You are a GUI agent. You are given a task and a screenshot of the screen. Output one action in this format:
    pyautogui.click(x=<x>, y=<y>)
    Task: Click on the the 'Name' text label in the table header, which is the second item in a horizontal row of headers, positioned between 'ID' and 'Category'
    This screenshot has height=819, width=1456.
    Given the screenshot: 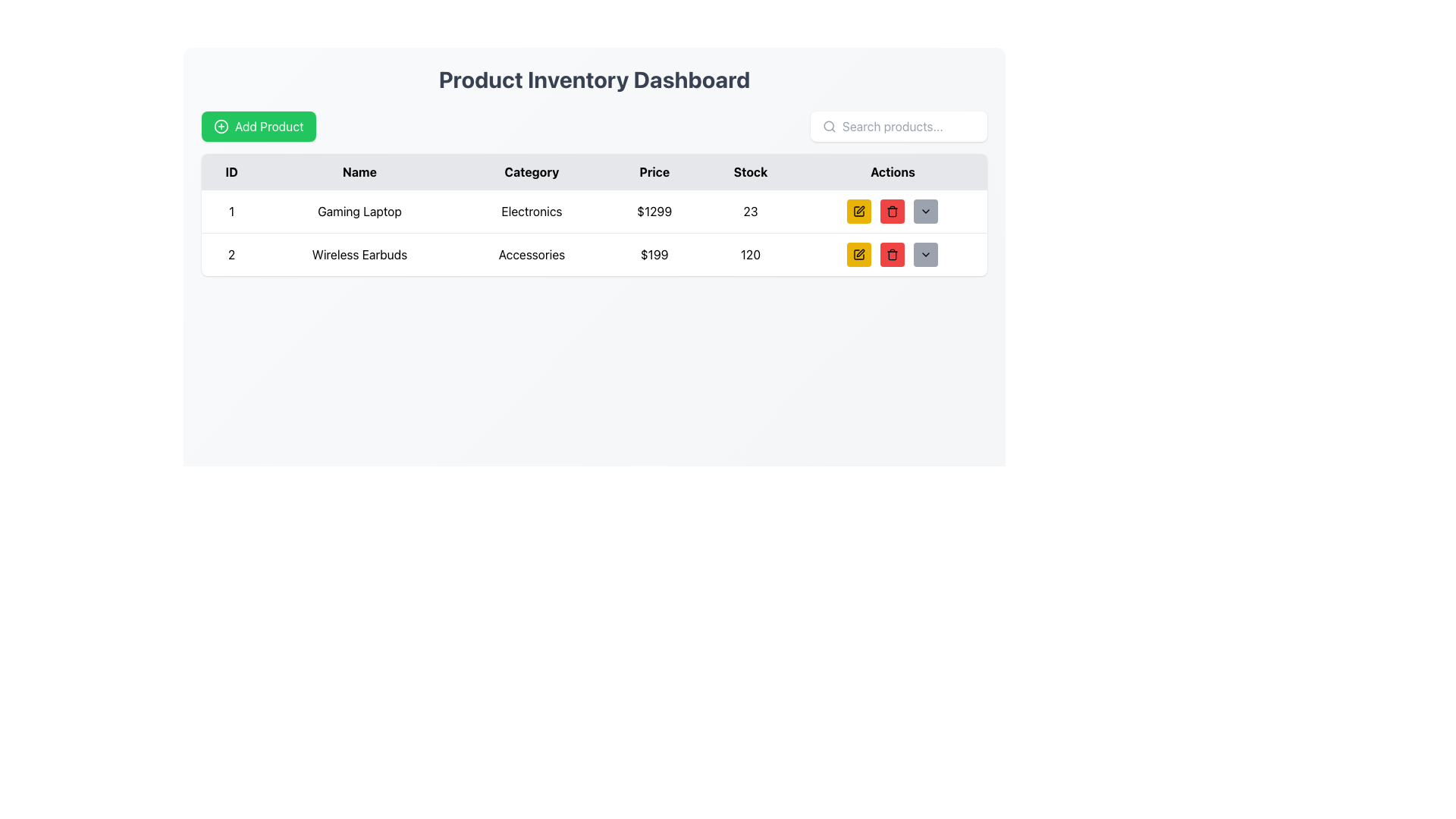 What is the action you would take?
    pyautogui.click(x=359, y=171)
    